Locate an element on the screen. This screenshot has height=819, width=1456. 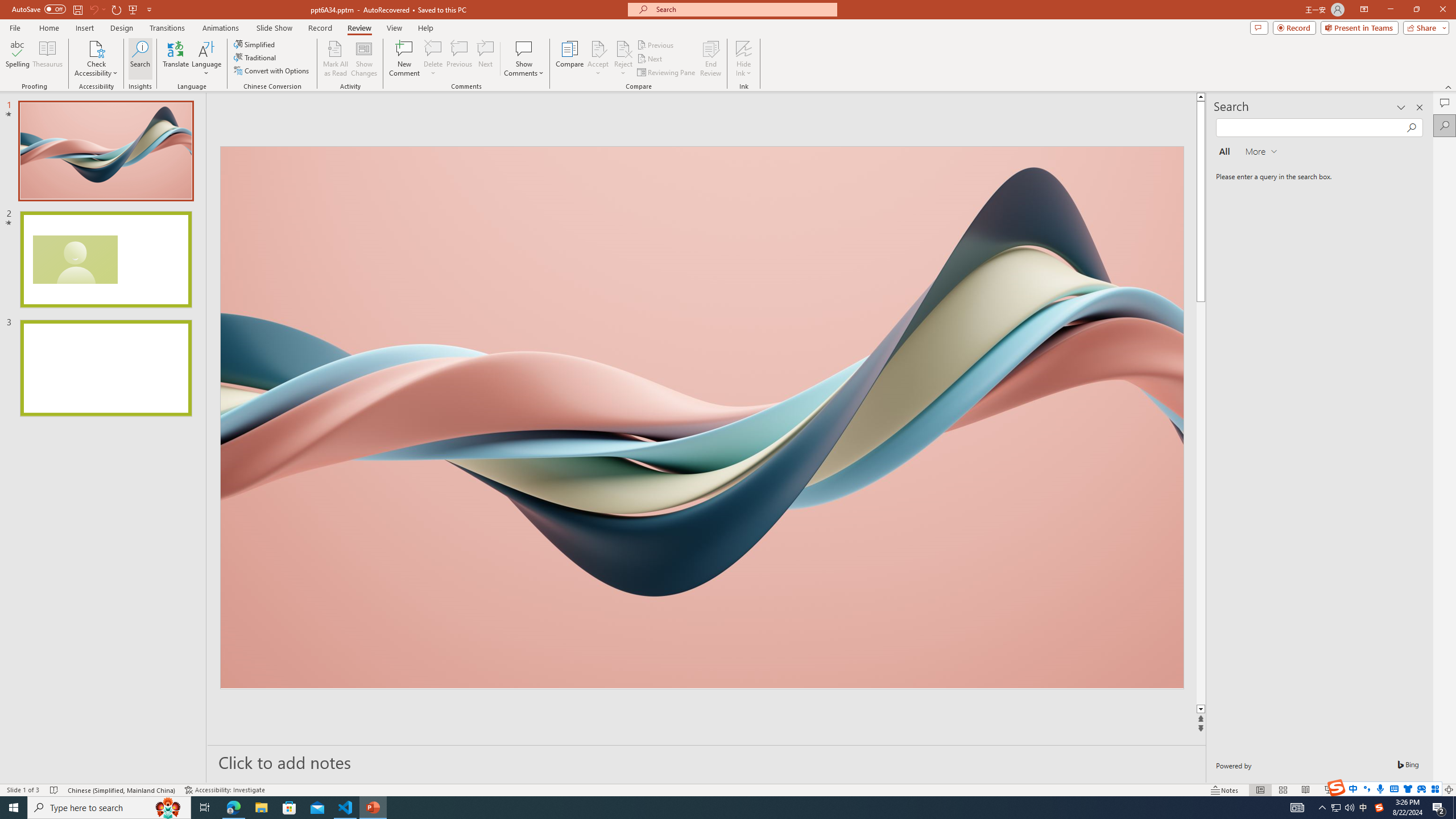
'Thesaurus...' is located at coordinates (47, 59).